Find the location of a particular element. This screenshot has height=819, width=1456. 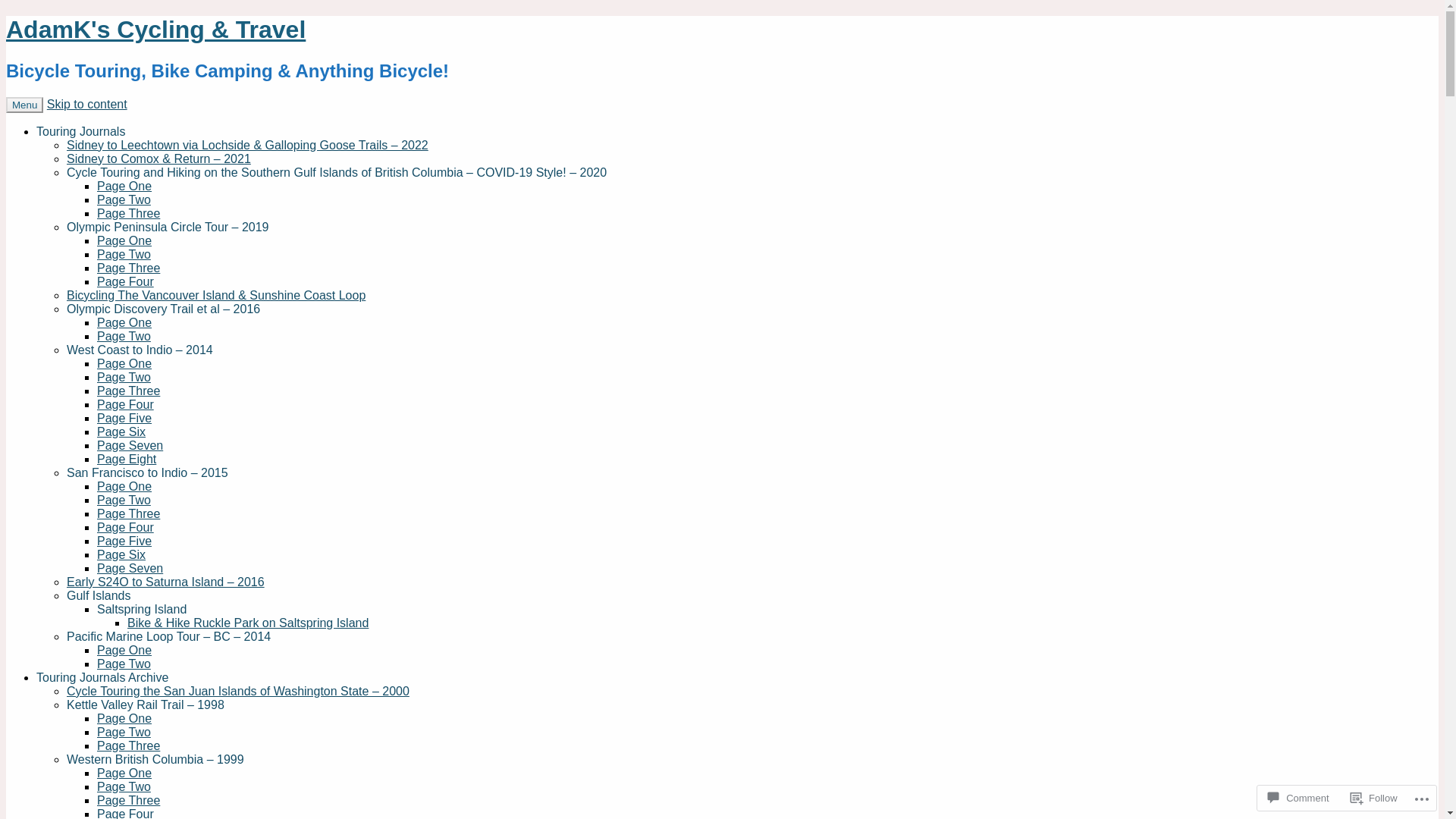

'Page Eight' is located at coordinates (127, 458).